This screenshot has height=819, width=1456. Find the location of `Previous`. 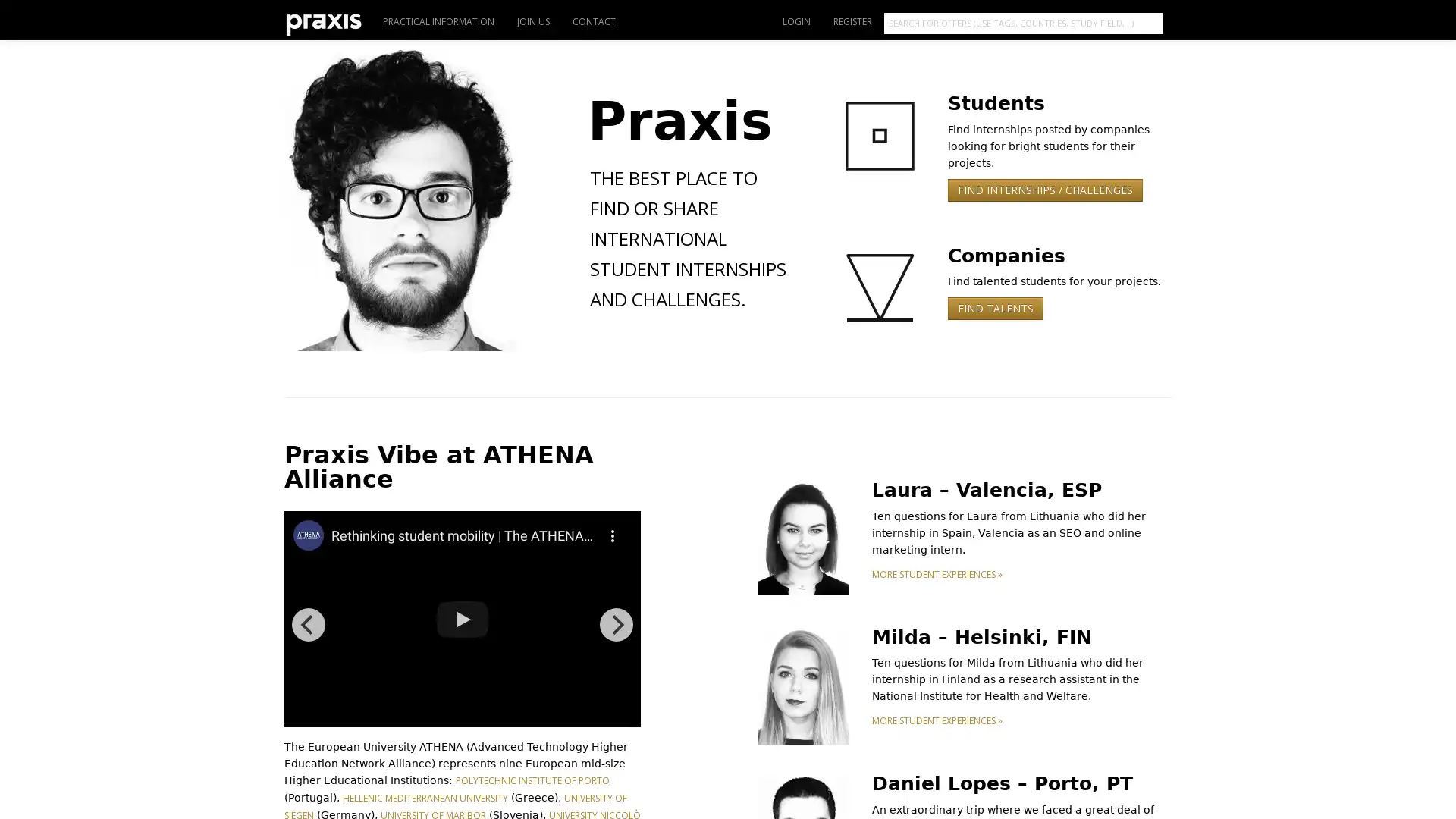

Previous is located at coordinates (308, 625).